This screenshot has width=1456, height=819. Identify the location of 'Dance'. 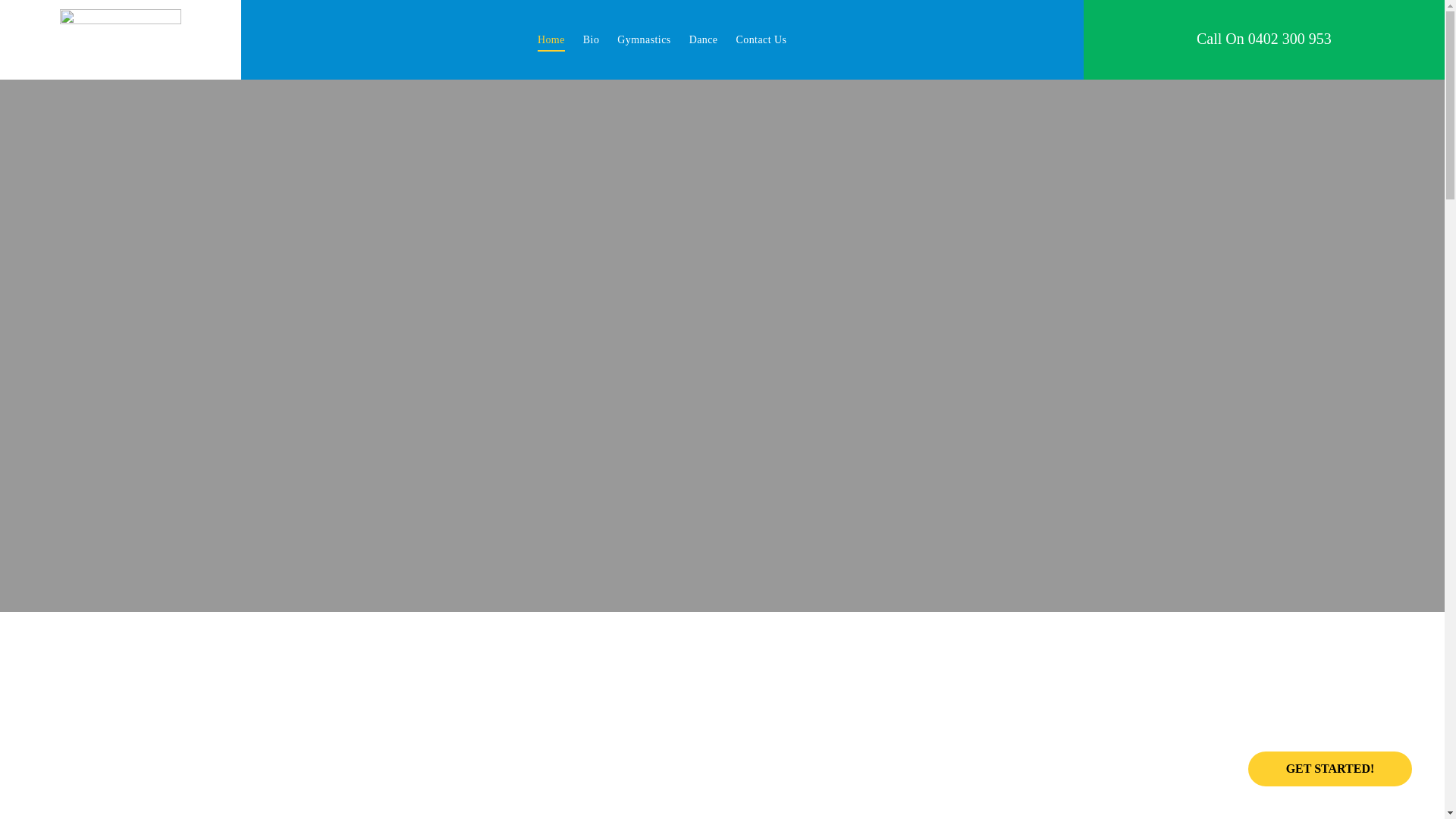
(702, 39).